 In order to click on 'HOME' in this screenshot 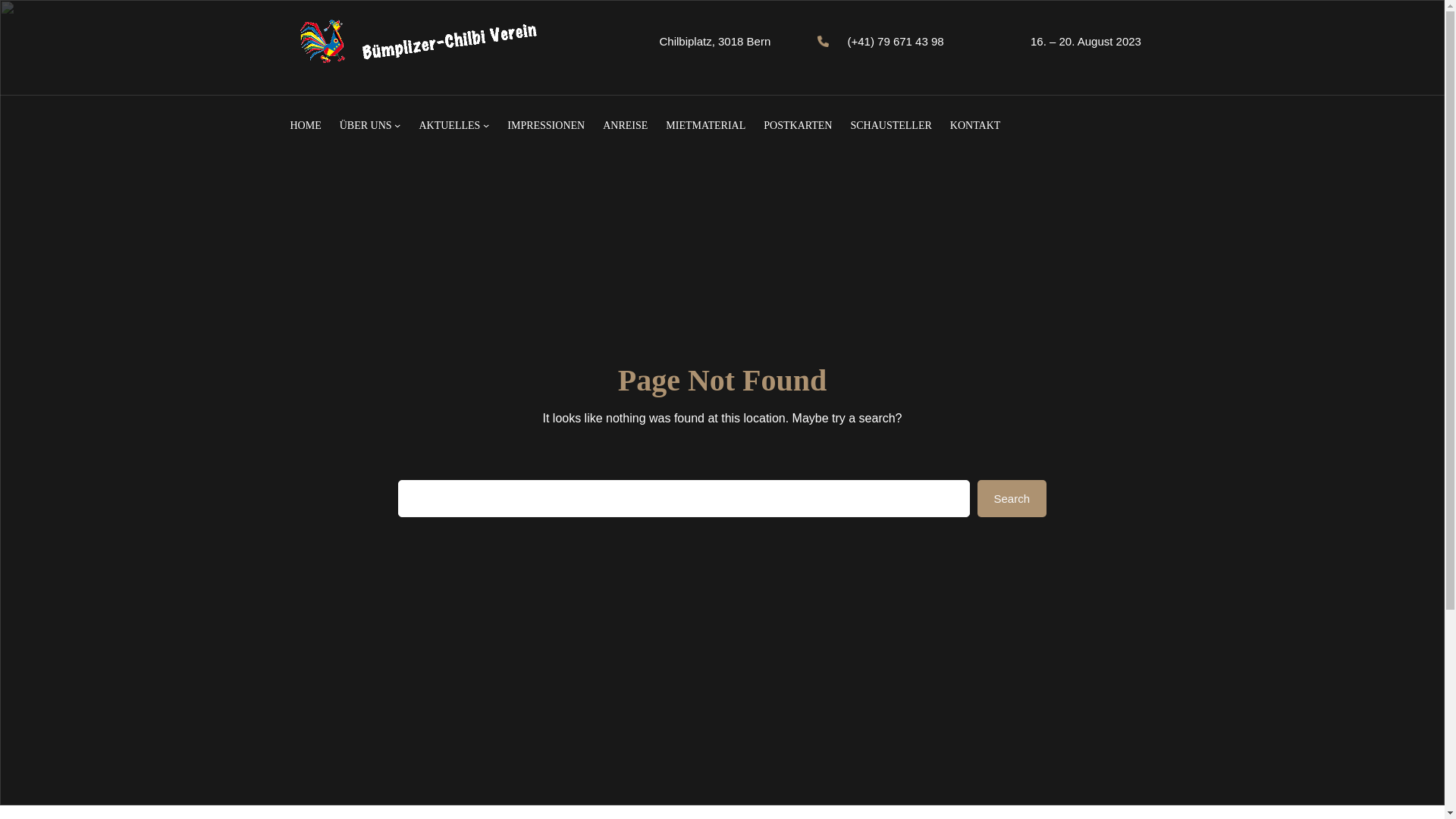, I will do `click(290, 124)`.